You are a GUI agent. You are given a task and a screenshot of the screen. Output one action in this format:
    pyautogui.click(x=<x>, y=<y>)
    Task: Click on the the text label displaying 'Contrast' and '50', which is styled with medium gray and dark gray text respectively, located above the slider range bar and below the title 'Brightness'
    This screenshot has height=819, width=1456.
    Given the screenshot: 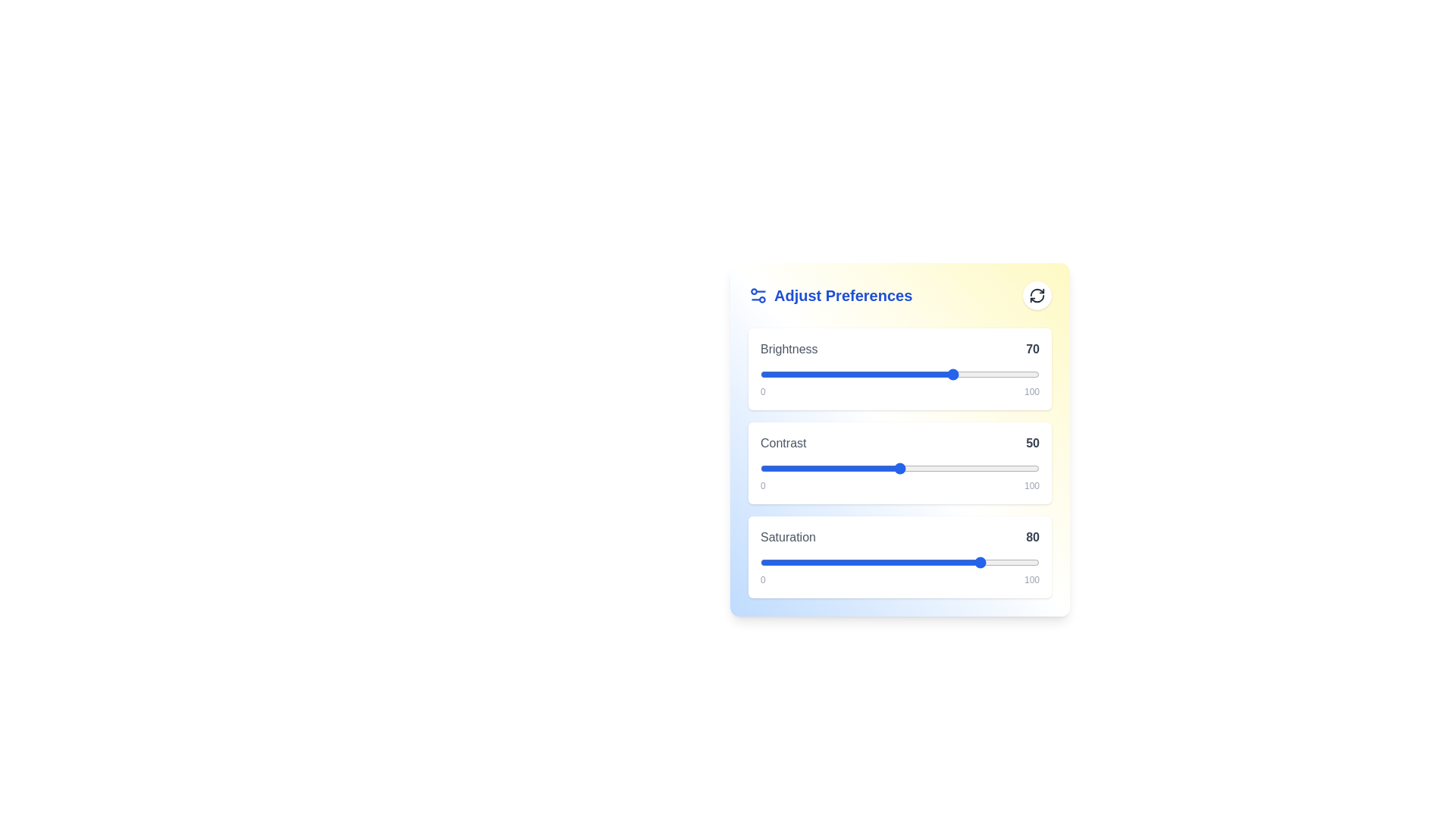 What is the action you would take?
    pyautogui.click(x=899, y=444)
    